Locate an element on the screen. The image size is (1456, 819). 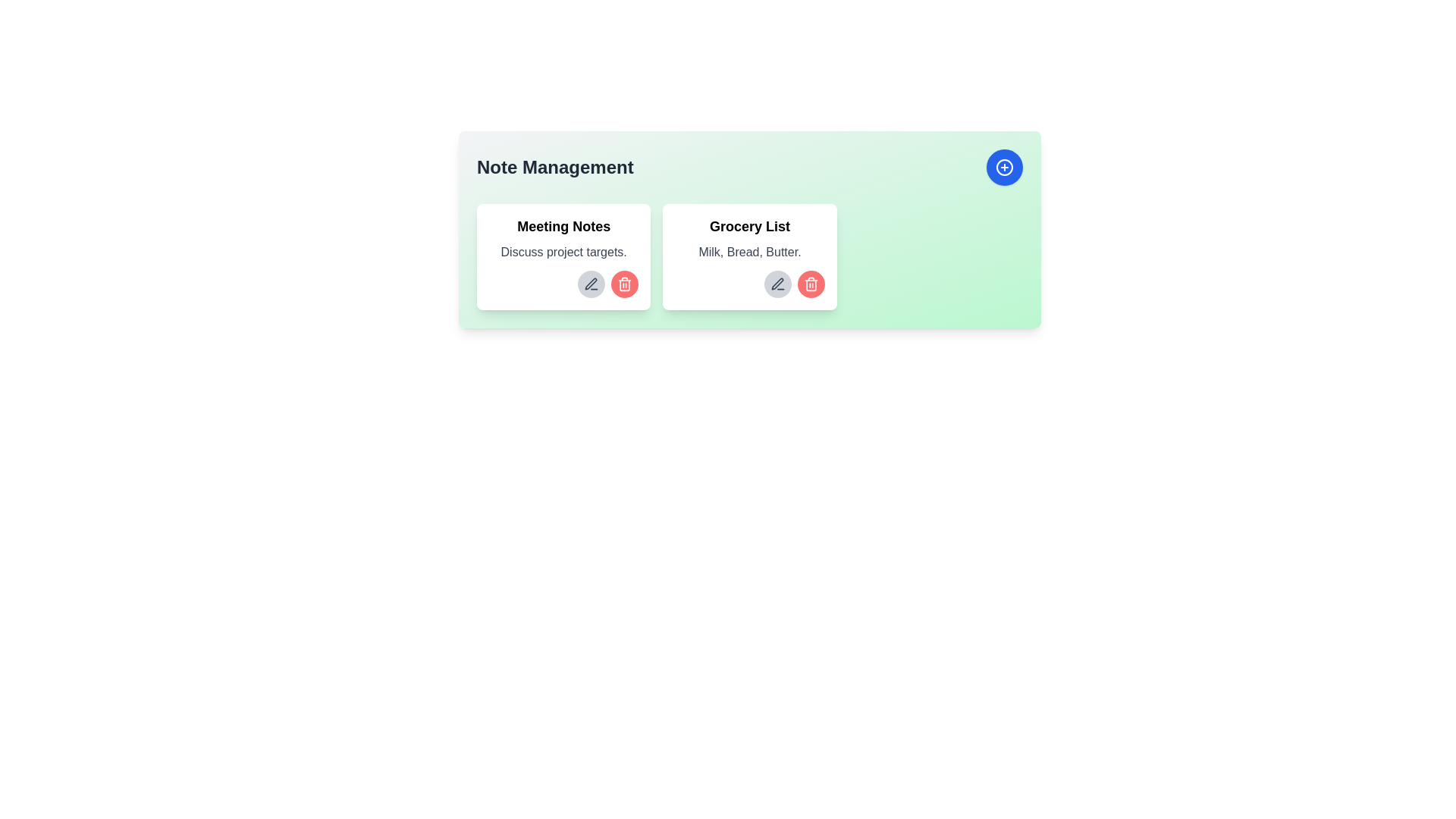
the delete icon located at the bottom-right corner of the 'Grocery List' card is located at coordinates (810, 284).